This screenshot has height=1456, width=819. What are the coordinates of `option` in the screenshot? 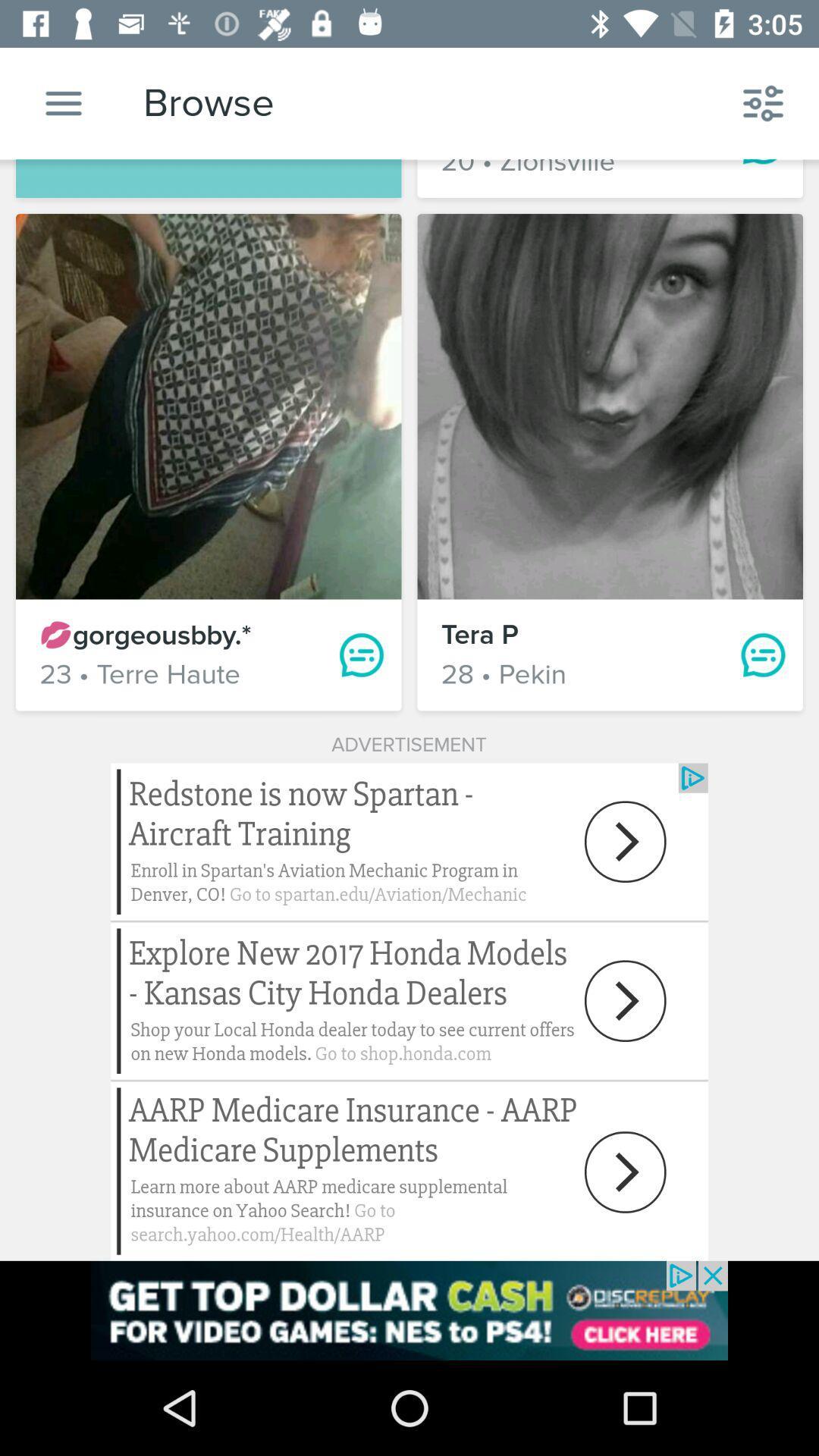 It's located at (63, 102).